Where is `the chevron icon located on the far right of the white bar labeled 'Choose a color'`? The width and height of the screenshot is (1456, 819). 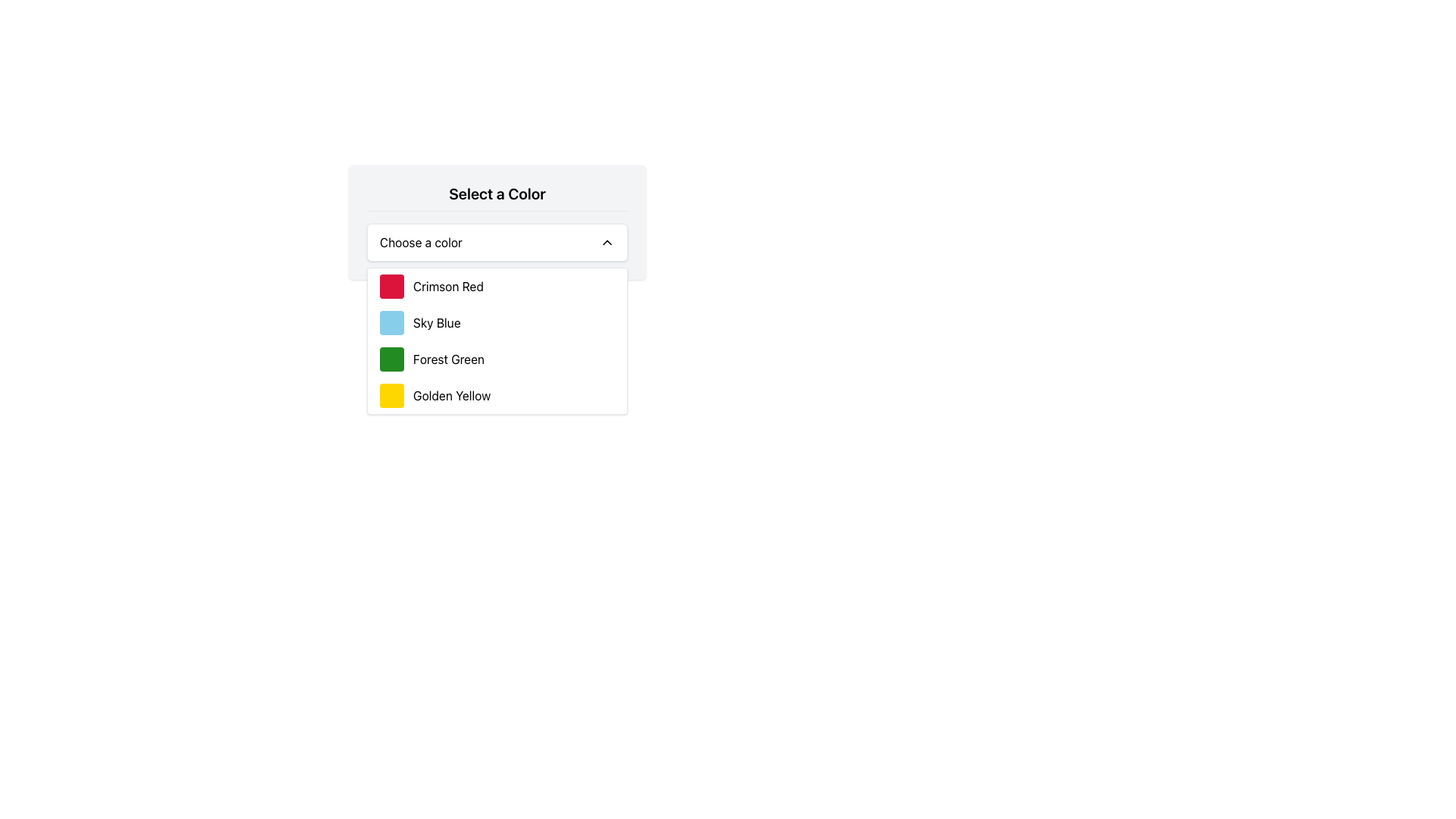 the chevron icon located on the far right of the white bar labeled 'Choose a color' is located at coordinates (607, 242).